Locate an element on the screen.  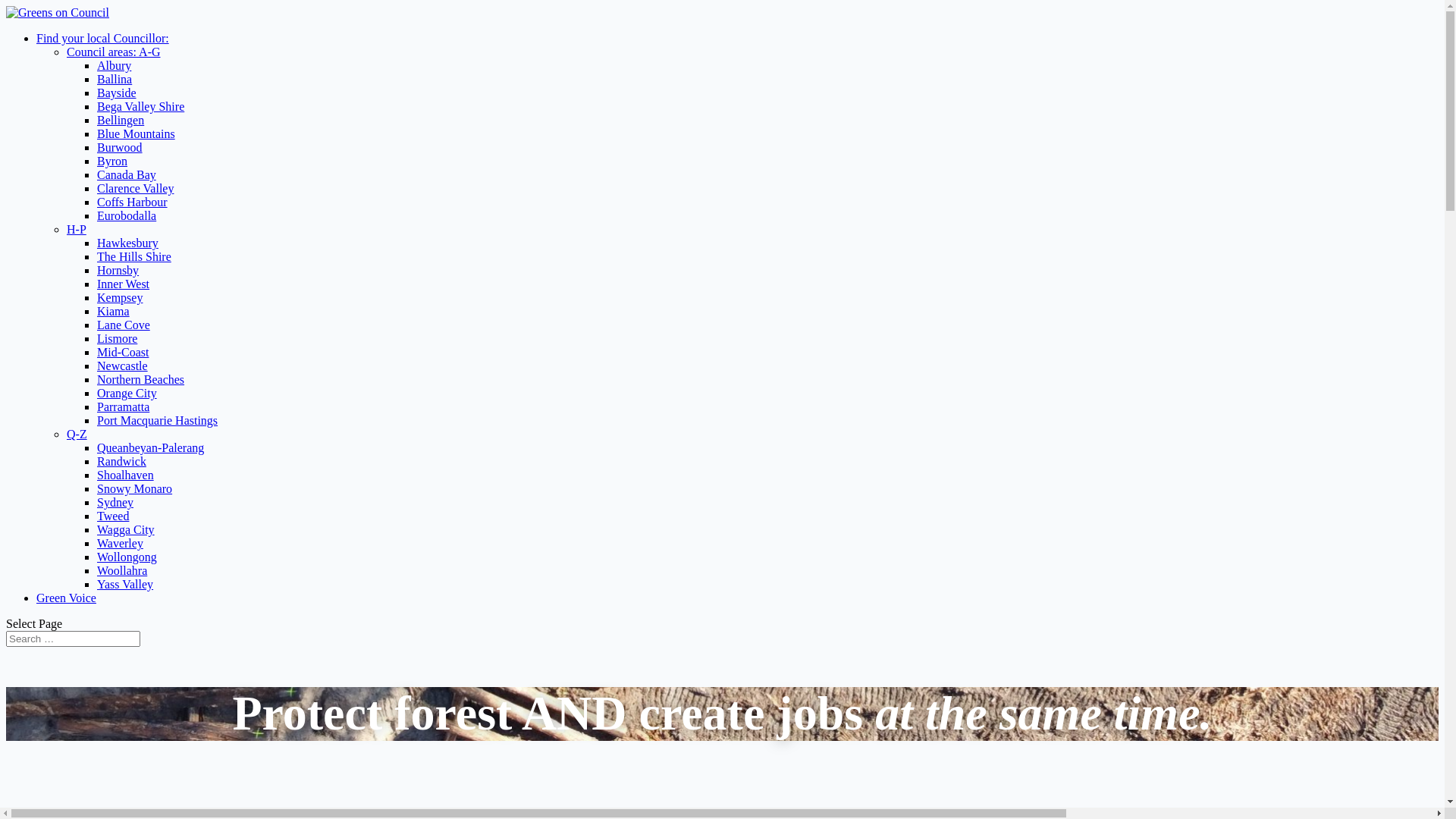
'Waverley' is located at coordinates (96, 542).